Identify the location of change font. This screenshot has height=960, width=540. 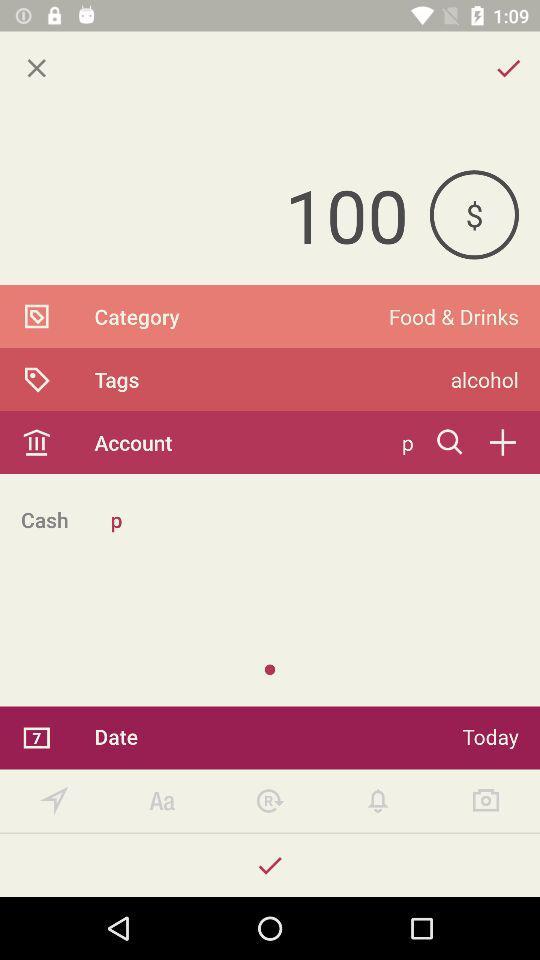
(161, 801).